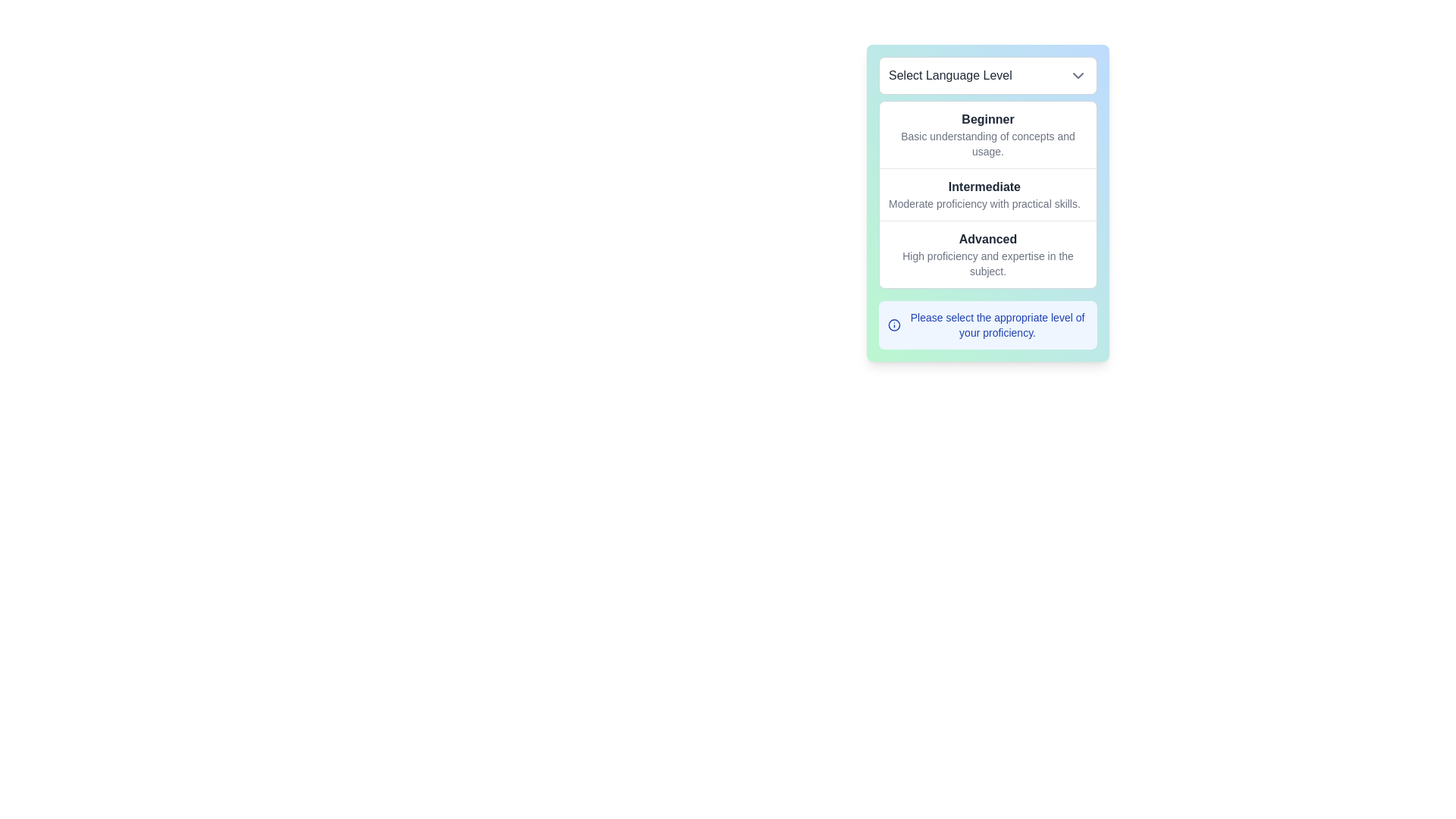 This screenshot has height=819, width=1456. I want to click on the option list titled 'Select Language Level' that contains language proficiency levels: Beginner, Intermediate, and Advanced, which is represented by a white box with rounded corners and gray dividers, so click(987, 194).